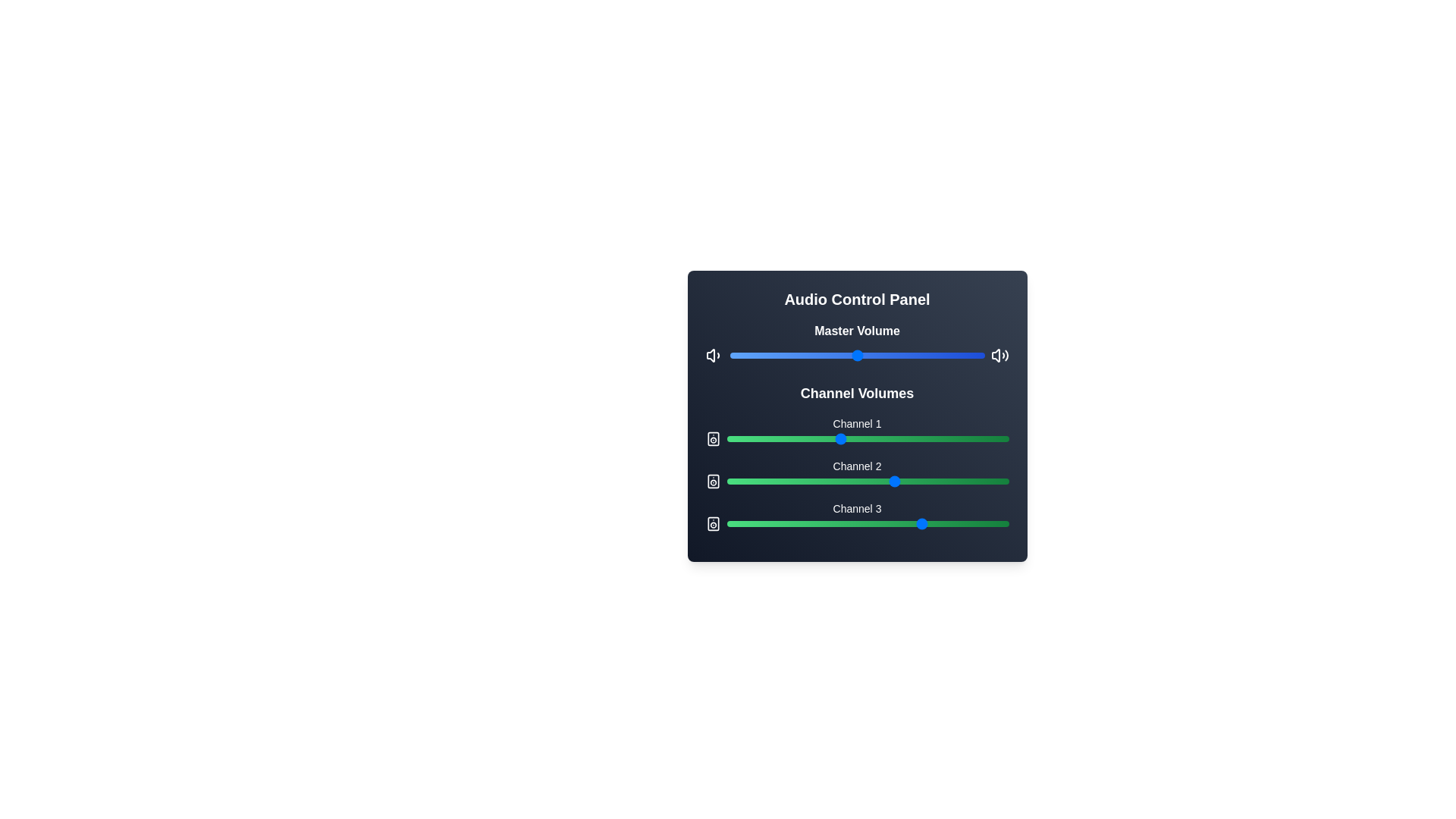  What do you see at coordinates (774, 522) in the screenshot?
I see `the slider value` at bounding box center [774, 522].